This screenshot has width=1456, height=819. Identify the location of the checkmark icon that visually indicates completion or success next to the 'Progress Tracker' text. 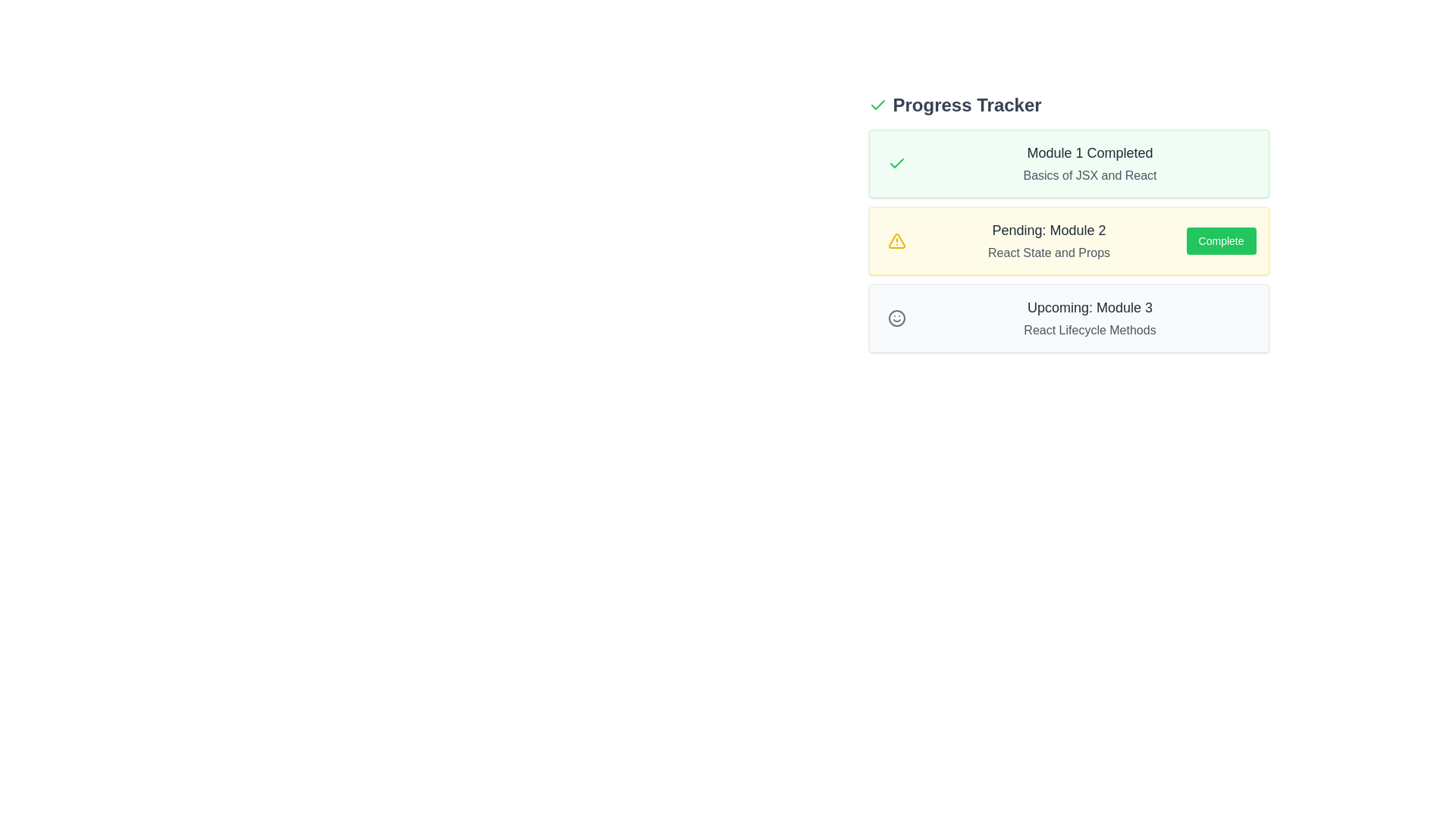
(877, 104).